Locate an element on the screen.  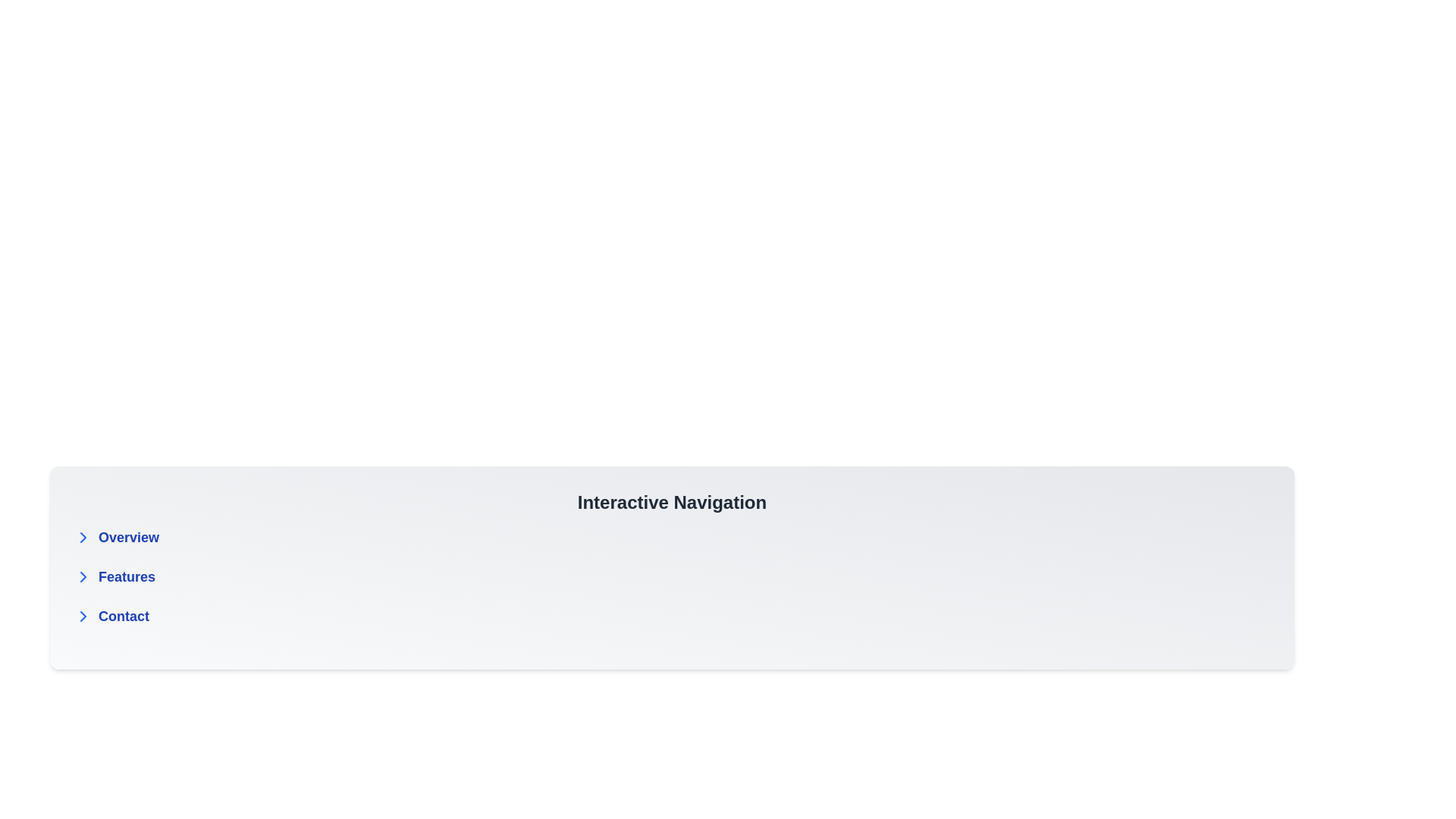
the small, right-pointing blue chevron icon located to the left of the 'Features' label in the vertical navigation menu is located at coordinates (83, 576).